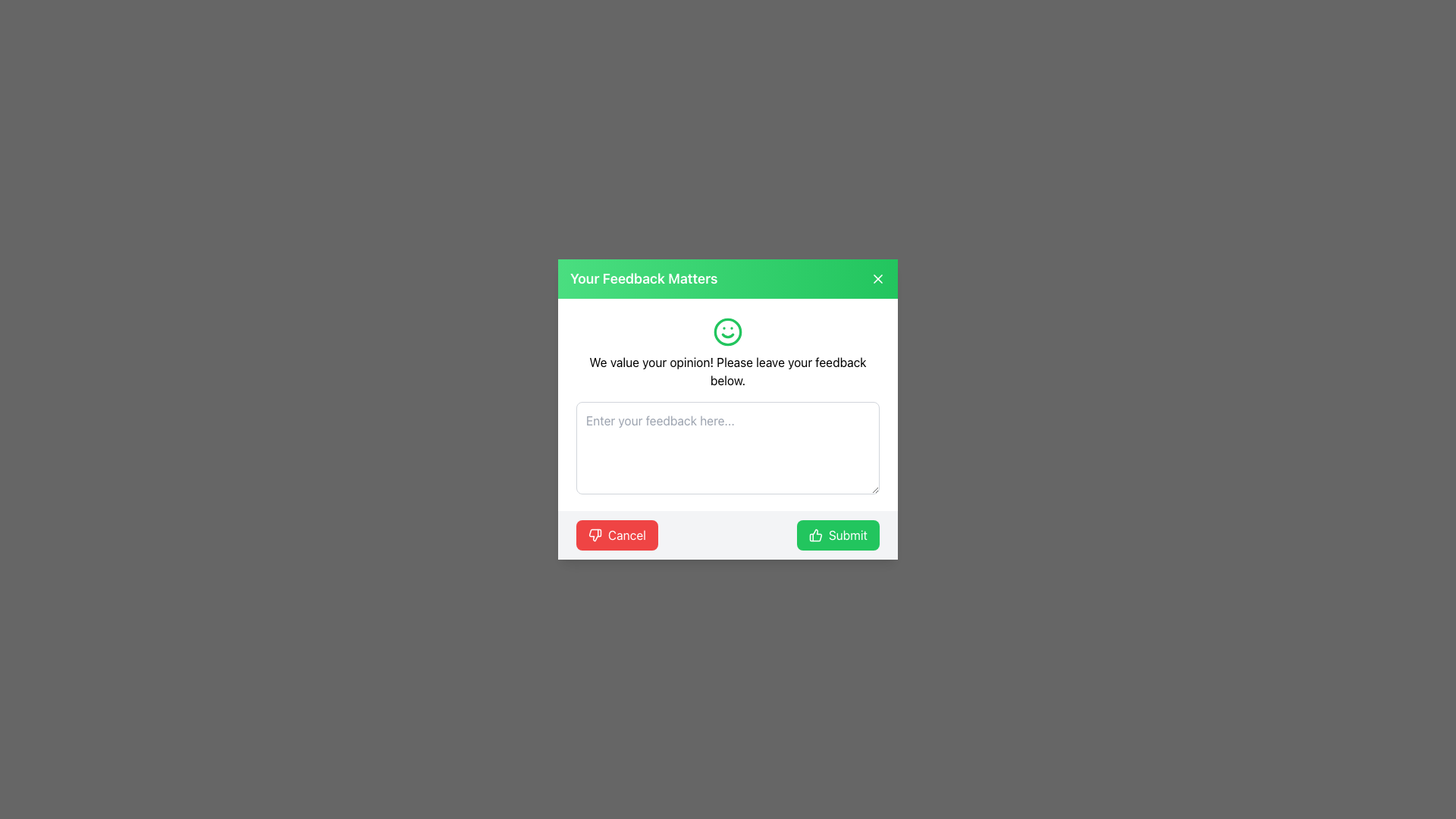 The height and width of the screenshot is (819, 1456). Describe the element at coordinates (644, 278) in the screenshot. I see `the bold, green text label reading 'Your Feedback Matters' located at the top of the feedback modal window` at that location.